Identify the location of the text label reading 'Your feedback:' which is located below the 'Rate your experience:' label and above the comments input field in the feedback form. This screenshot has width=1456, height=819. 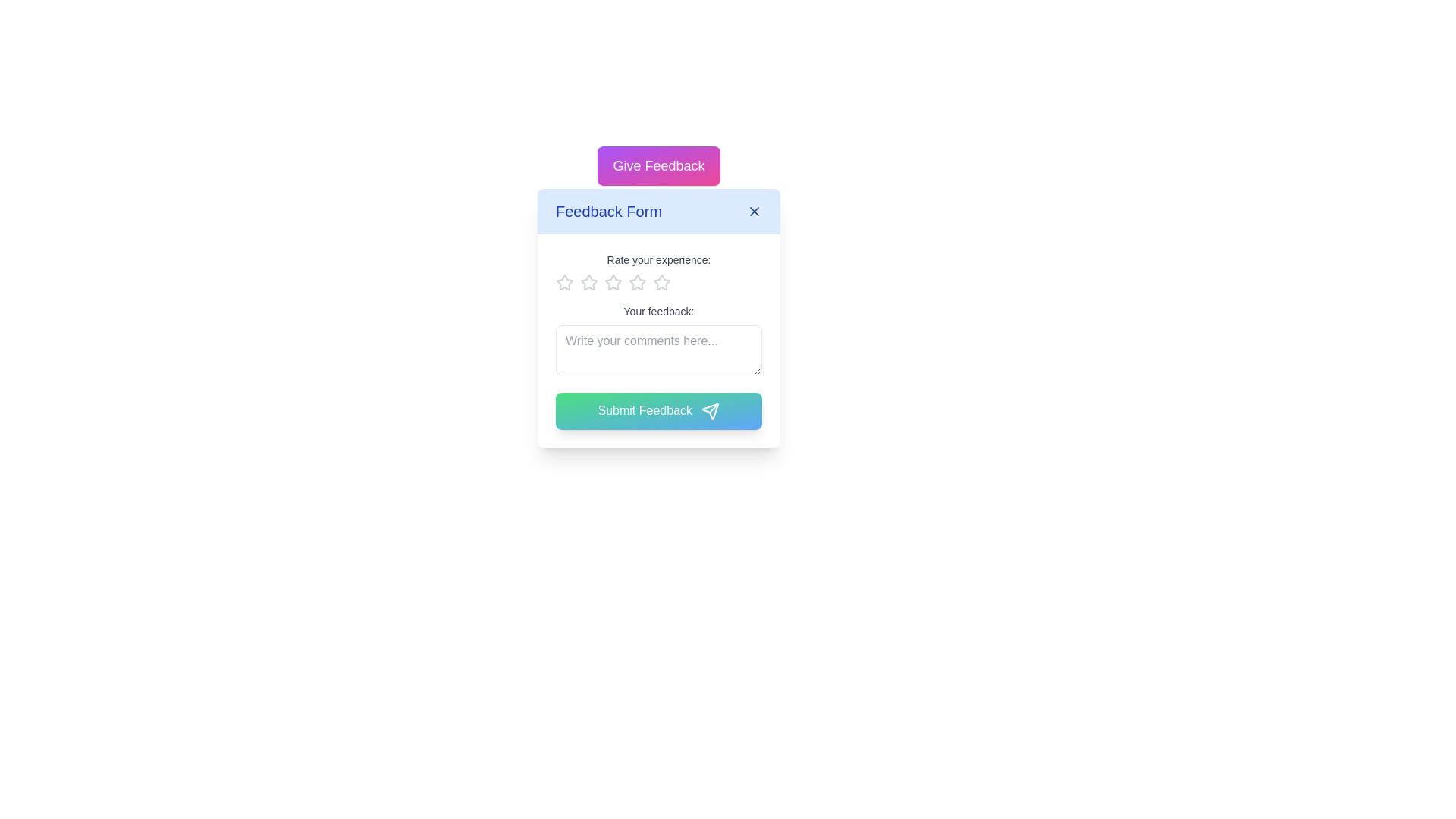
(658, 311).